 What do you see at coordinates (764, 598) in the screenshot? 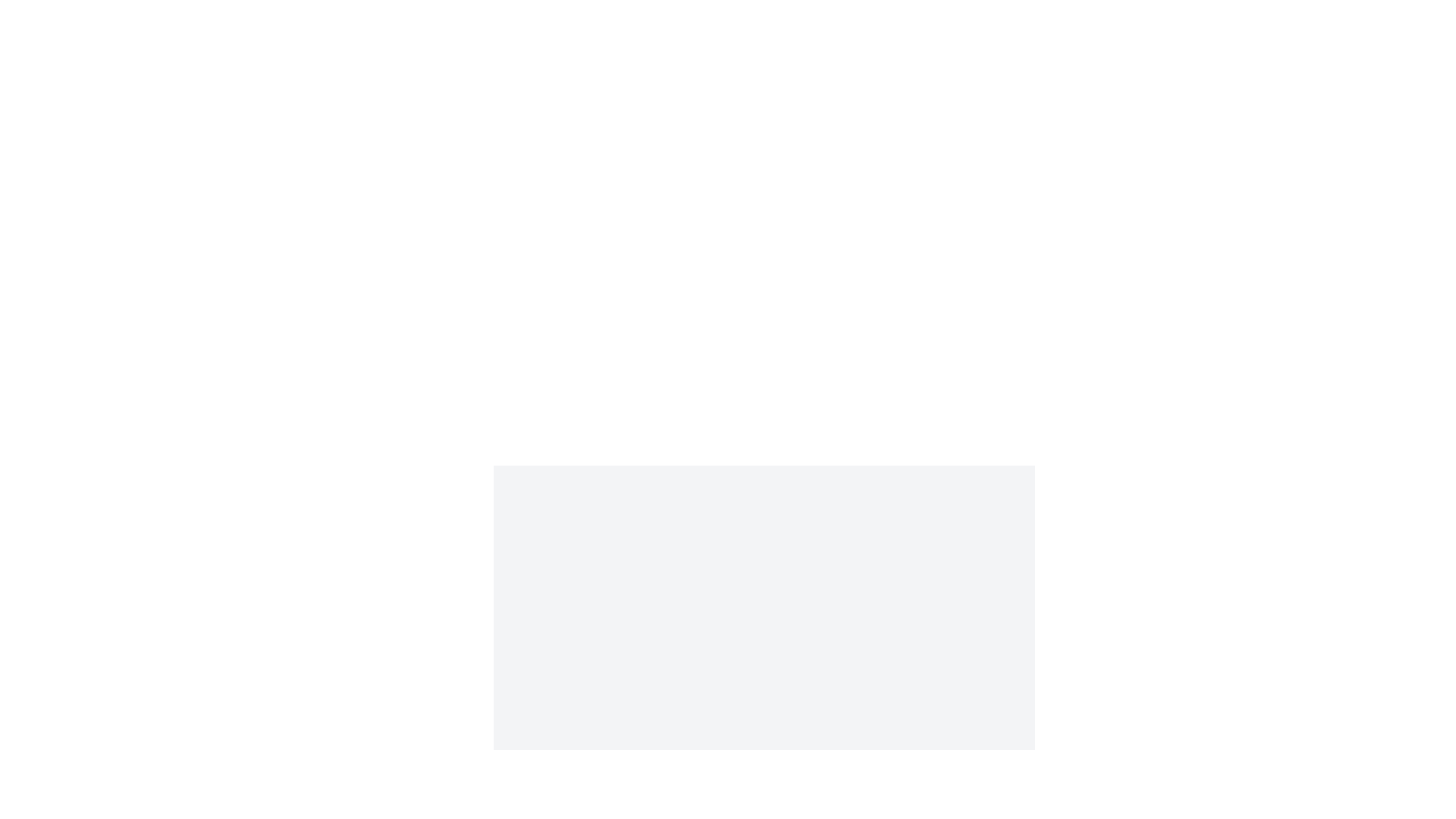
I see `the image and select Highlight from the context menu` at bounding box center [764, 598].